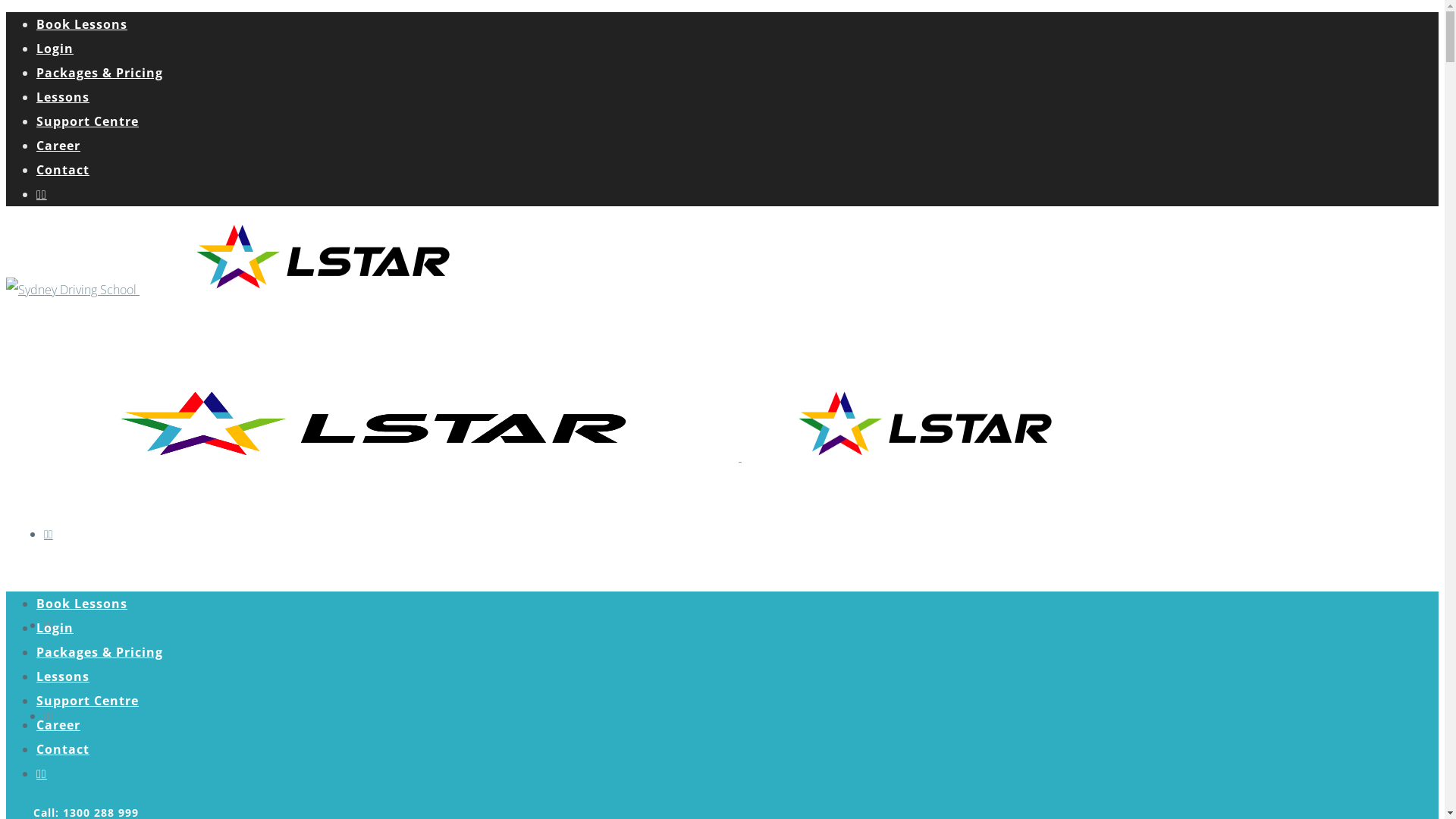  I want to click on 'Lessons', so click(61, 675).